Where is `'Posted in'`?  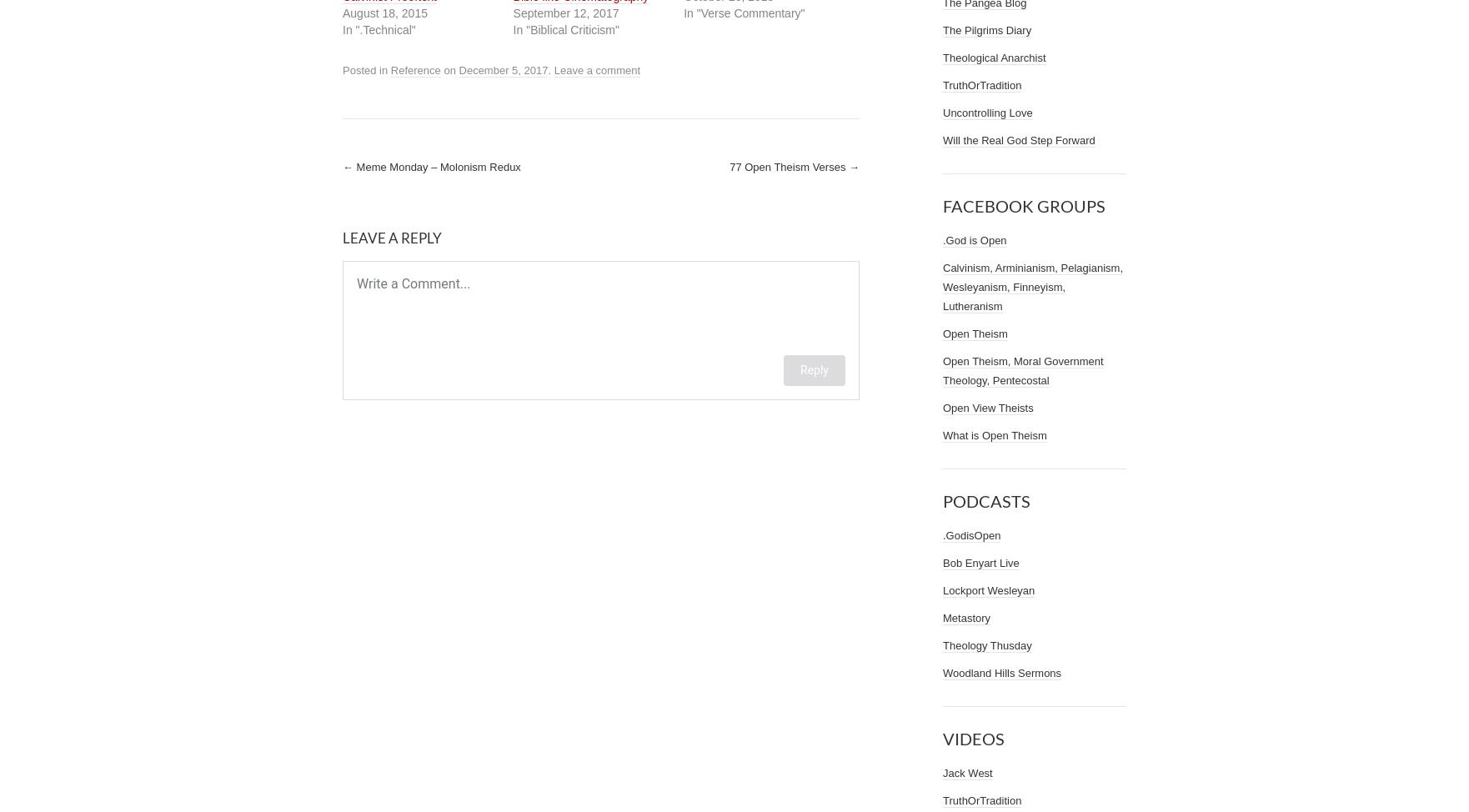 'Posted in' is located at coordinates (366, 68).